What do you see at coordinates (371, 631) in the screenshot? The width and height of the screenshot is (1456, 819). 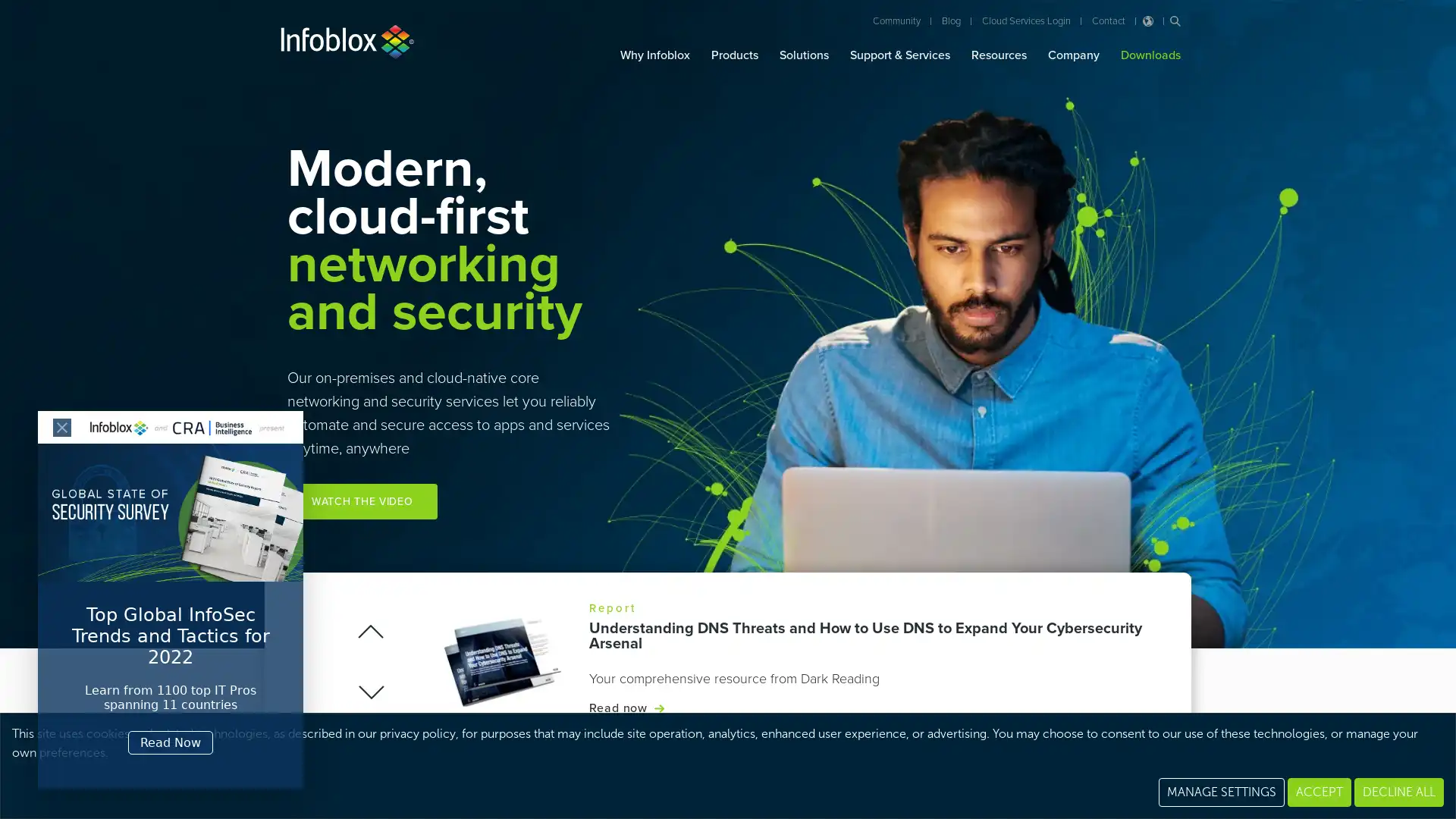 I see `Previous` at bounding box center [371, 631].